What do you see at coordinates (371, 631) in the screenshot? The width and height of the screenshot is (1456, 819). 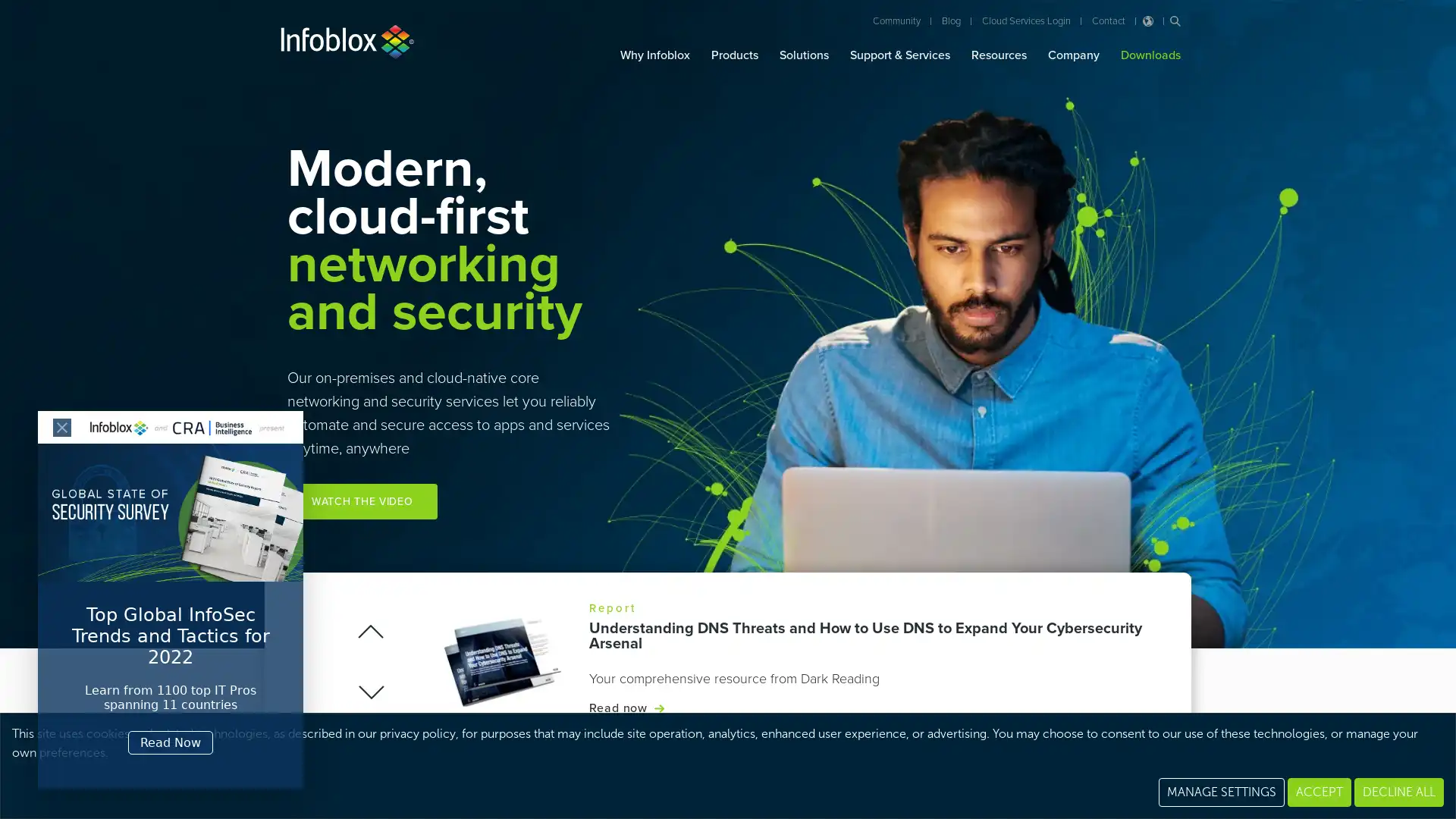 I see `Previous` at bounding box center [371, 631].